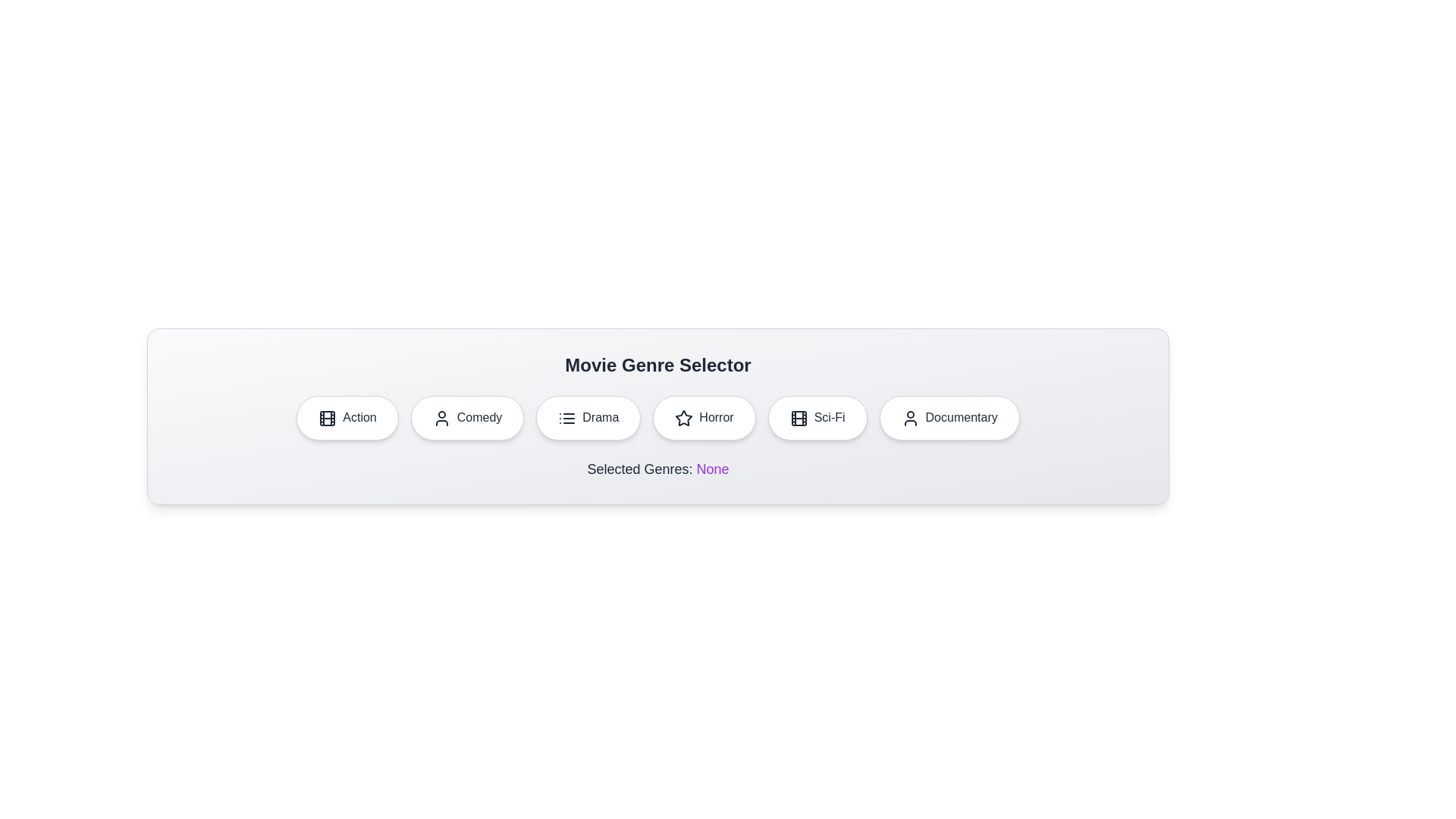  Describe the element at coordinates (588, 418) in the screenshot. I see `the 'Drama' genre button, which is the third button` at that location.